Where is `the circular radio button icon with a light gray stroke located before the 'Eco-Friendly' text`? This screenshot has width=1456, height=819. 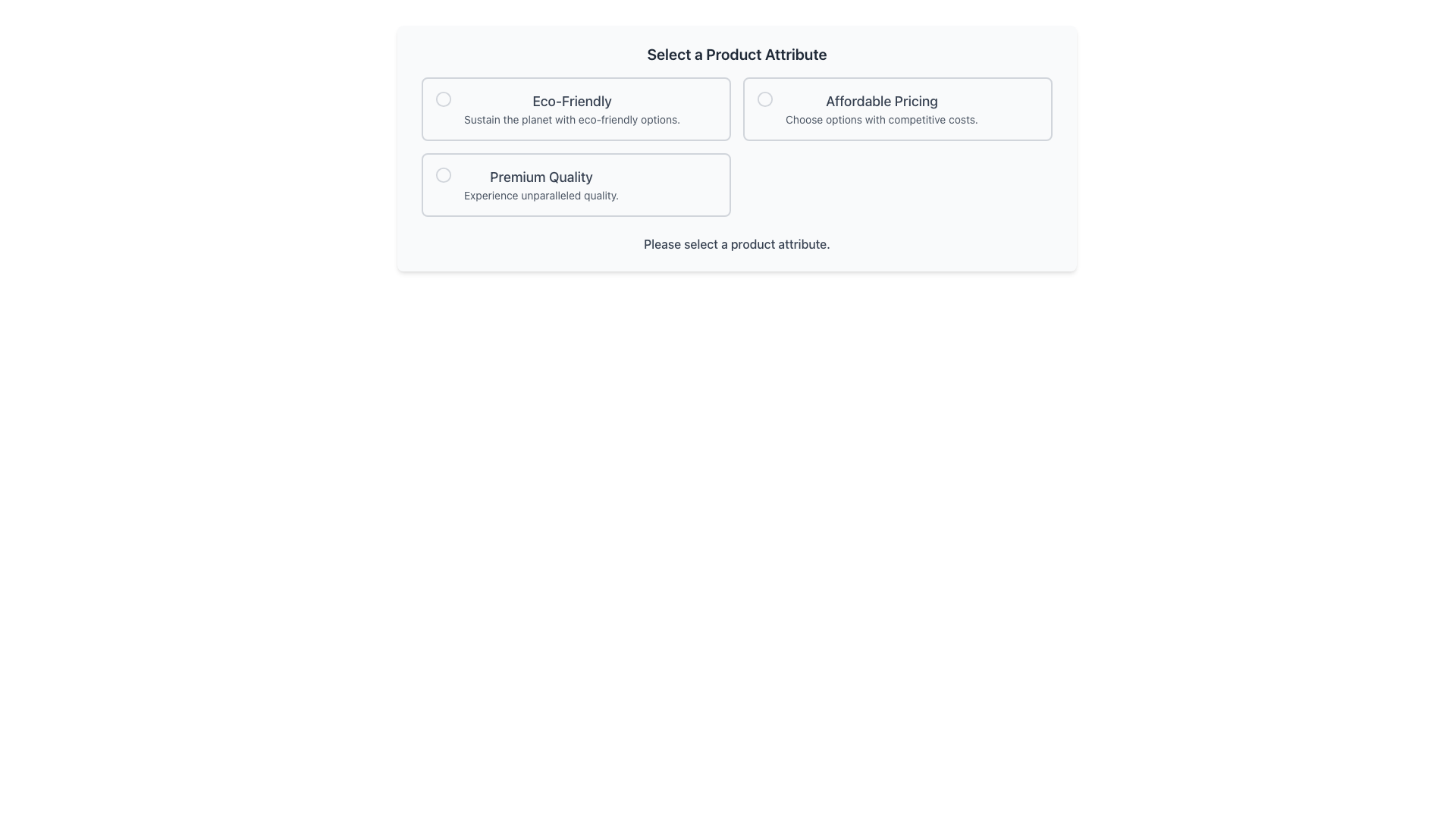
the circular radio button icon with a light gray stroke located before the 'Eco-Friendly' text is located at coordinates (443, 99).